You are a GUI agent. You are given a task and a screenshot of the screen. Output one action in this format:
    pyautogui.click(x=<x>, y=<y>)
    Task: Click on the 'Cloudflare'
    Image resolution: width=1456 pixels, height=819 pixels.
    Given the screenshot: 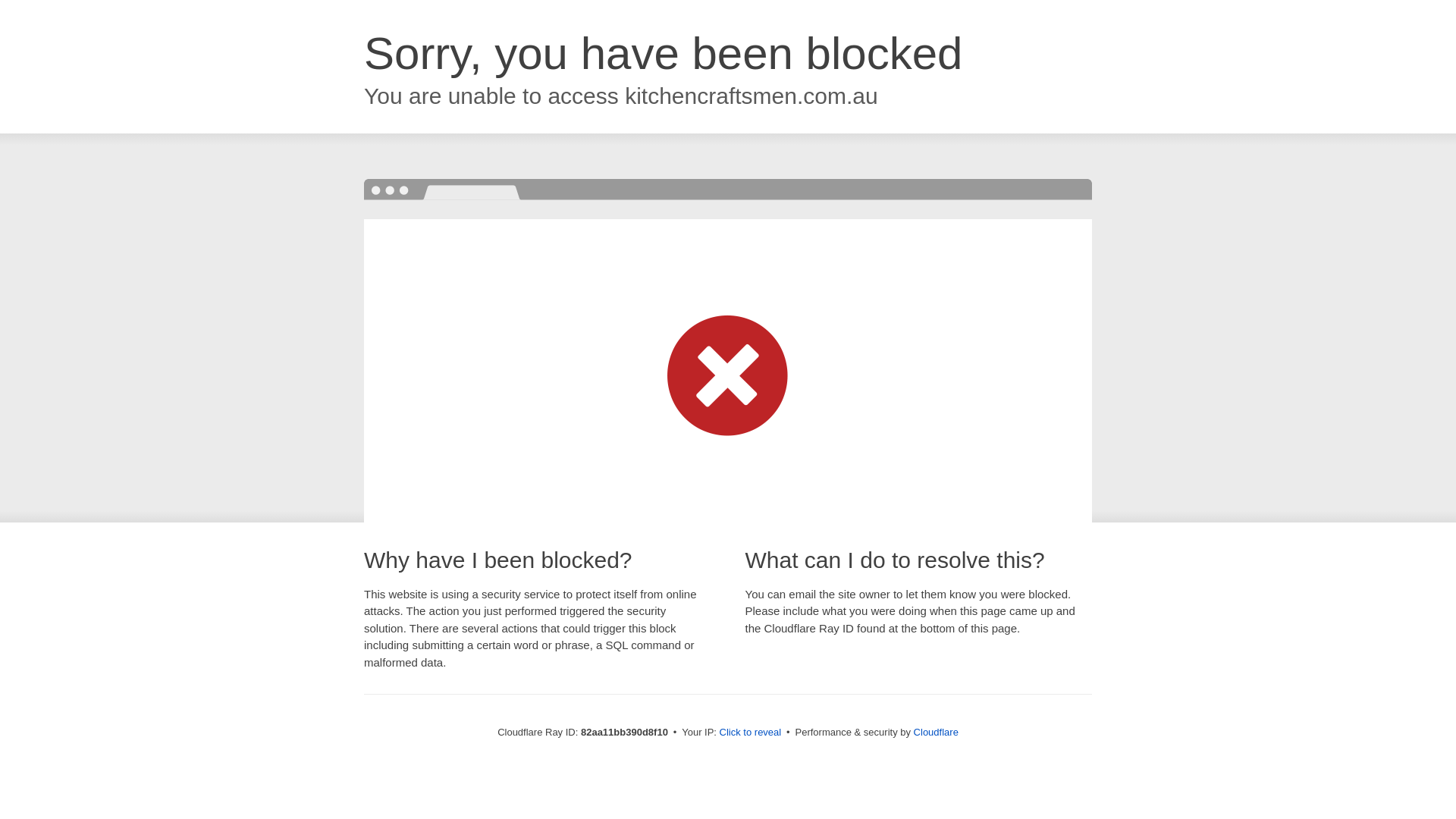 What is the action you would take?
    pyautogui.click(x=935, y=731)
    